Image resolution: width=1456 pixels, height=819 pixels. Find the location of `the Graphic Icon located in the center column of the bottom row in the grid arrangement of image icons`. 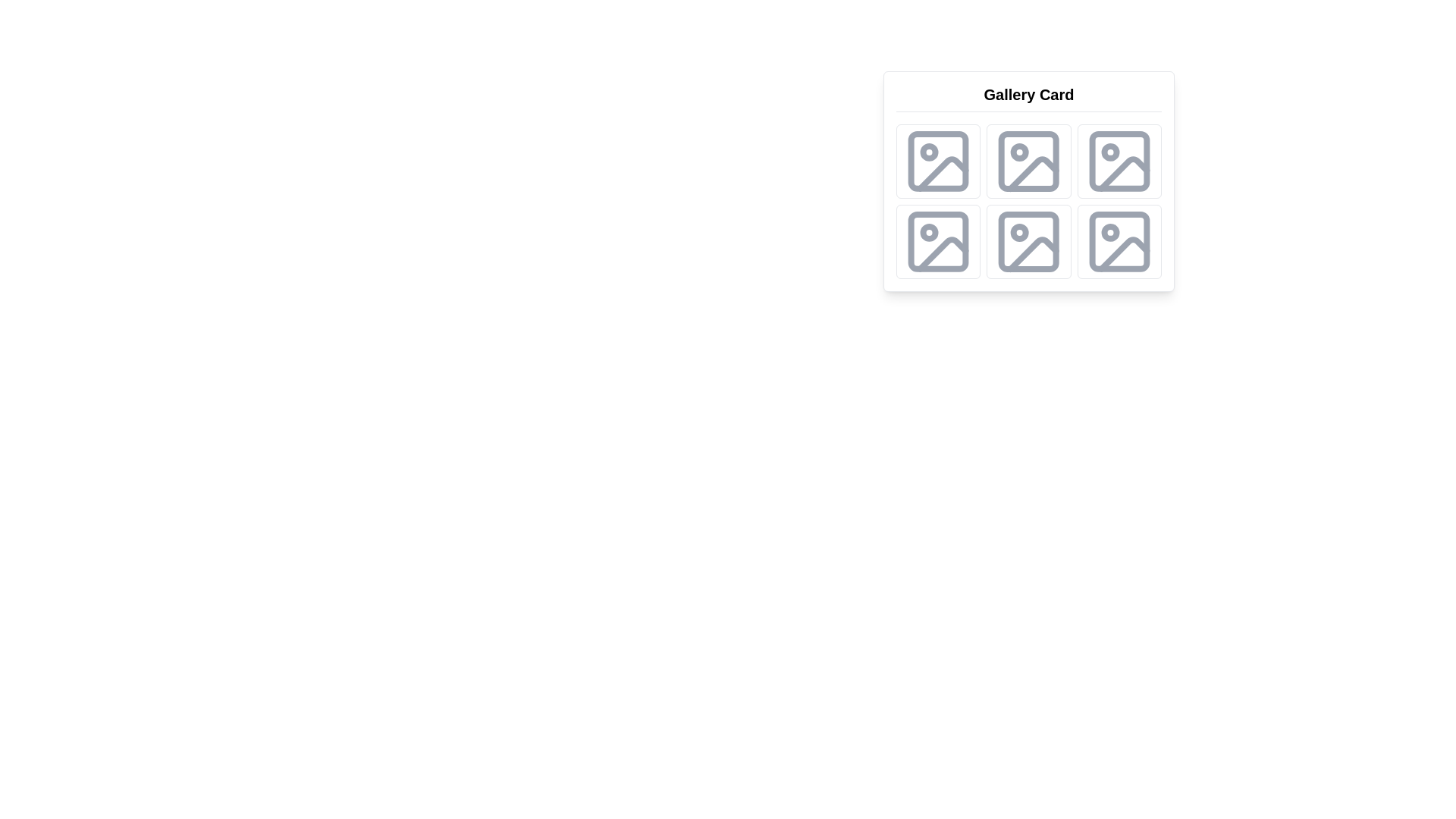

the Graphic Icon located in the center column of the bottom row in the grid arrangement of image icons is located at coordinates (1029, 241).